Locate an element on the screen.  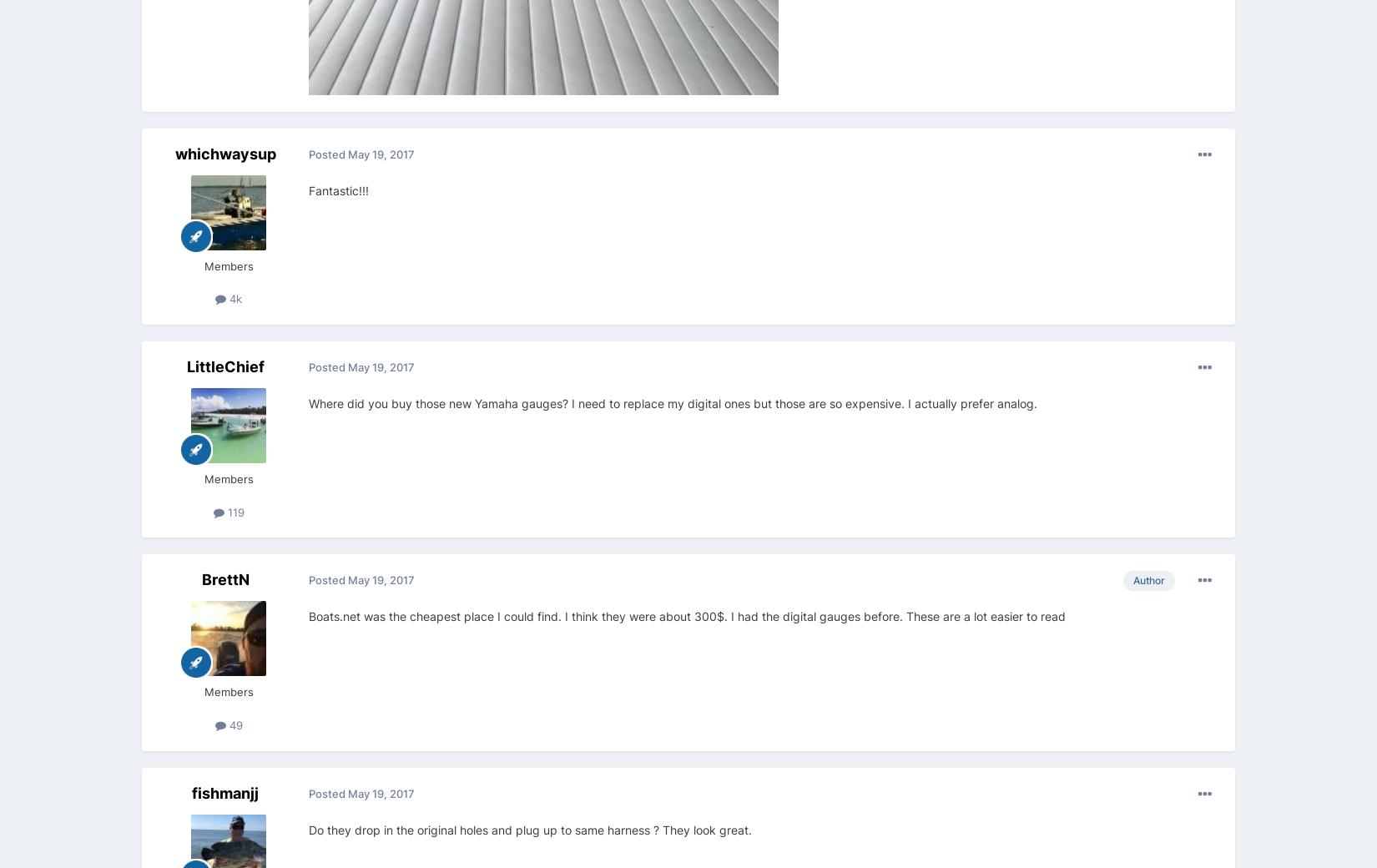
'whichwaysup' is located at coordinates (224, 153).